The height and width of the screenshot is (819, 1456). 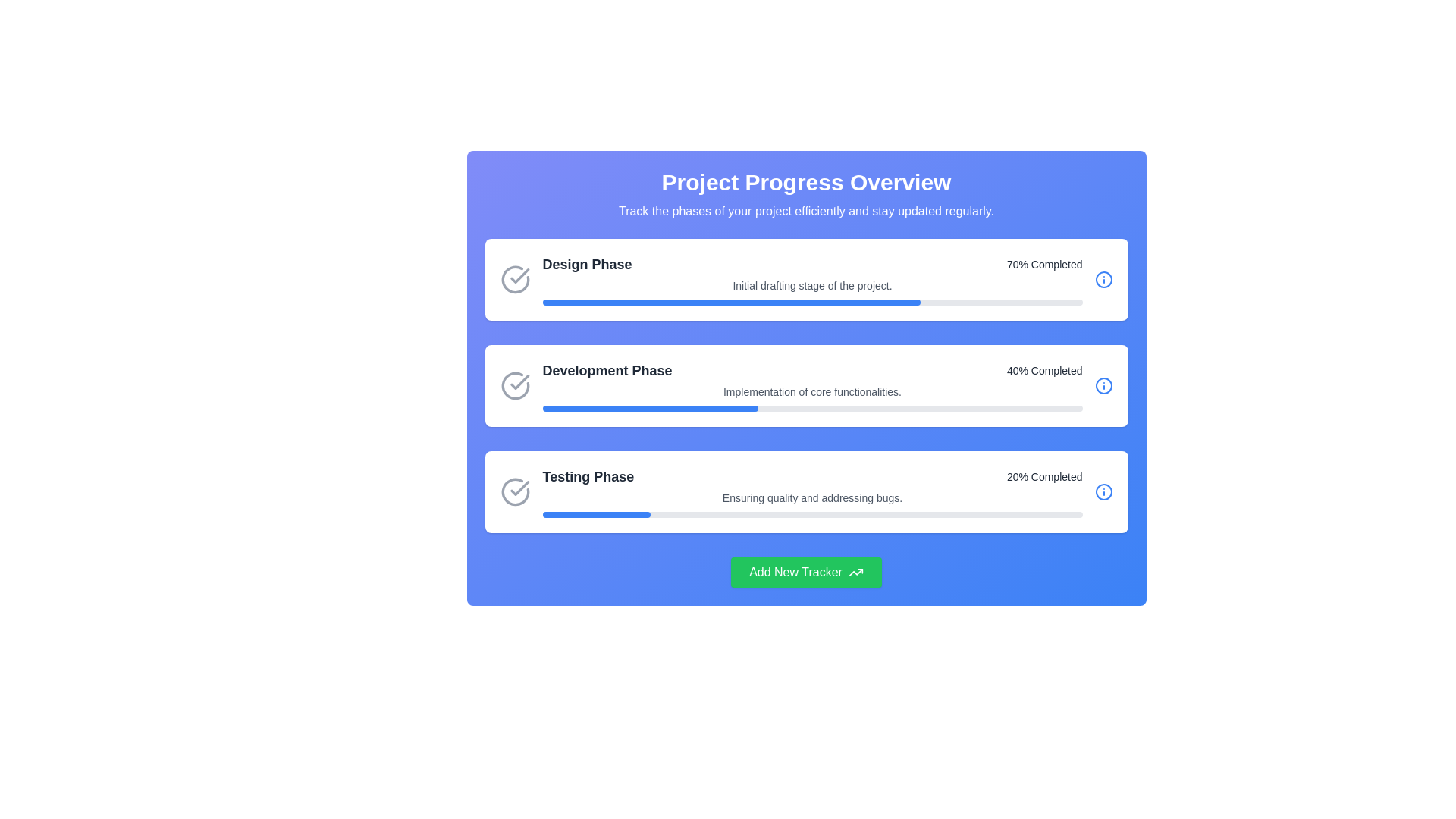 What do you see at coordinates (811, 513) in the screenshot?
I see `the progress bar located at the bottom of the 'Testing Phase' block, which is gray with a blue fill, positioned below the text 'Ensuring quality and addressing bugs.'` at bounding box center [811, 513].